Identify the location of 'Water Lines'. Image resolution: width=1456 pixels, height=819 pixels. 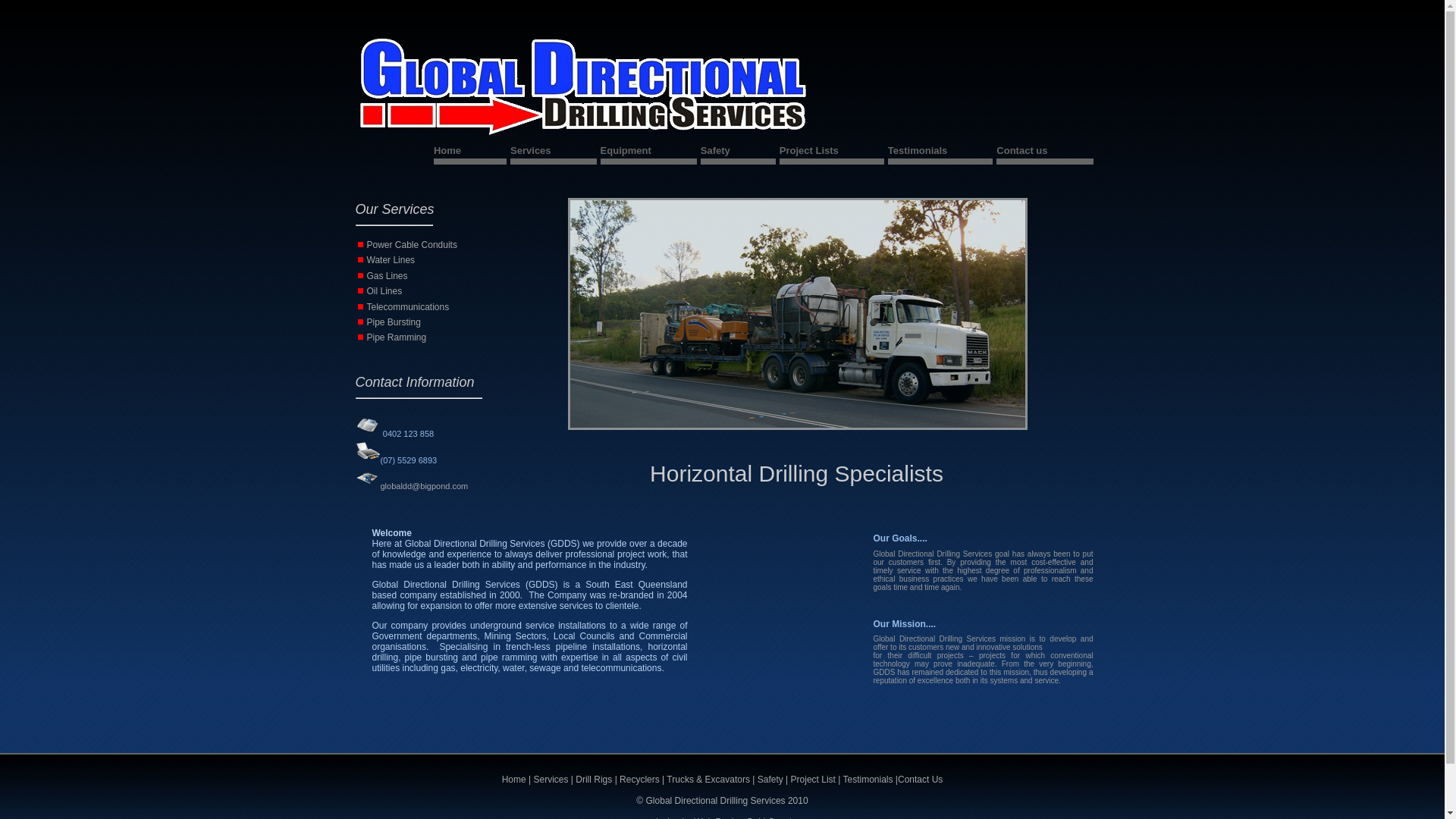
(391, 259).